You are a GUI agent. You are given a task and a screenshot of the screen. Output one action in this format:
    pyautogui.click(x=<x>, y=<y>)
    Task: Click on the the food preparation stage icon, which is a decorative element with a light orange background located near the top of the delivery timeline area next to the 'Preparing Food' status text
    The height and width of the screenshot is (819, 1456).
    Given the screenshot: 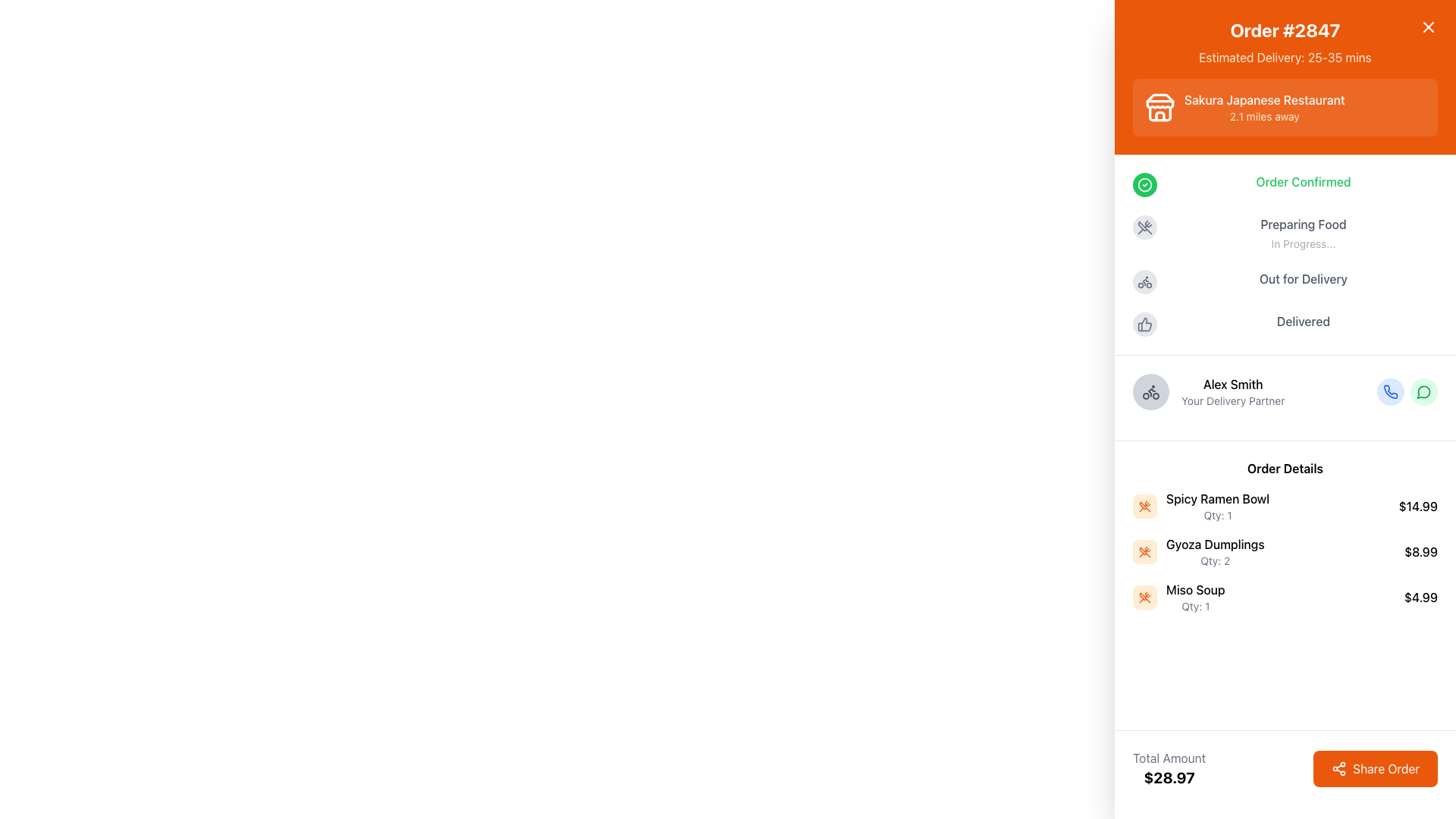 What is the action you would take?
    pyautogui.click(x=1145, y=596)
    